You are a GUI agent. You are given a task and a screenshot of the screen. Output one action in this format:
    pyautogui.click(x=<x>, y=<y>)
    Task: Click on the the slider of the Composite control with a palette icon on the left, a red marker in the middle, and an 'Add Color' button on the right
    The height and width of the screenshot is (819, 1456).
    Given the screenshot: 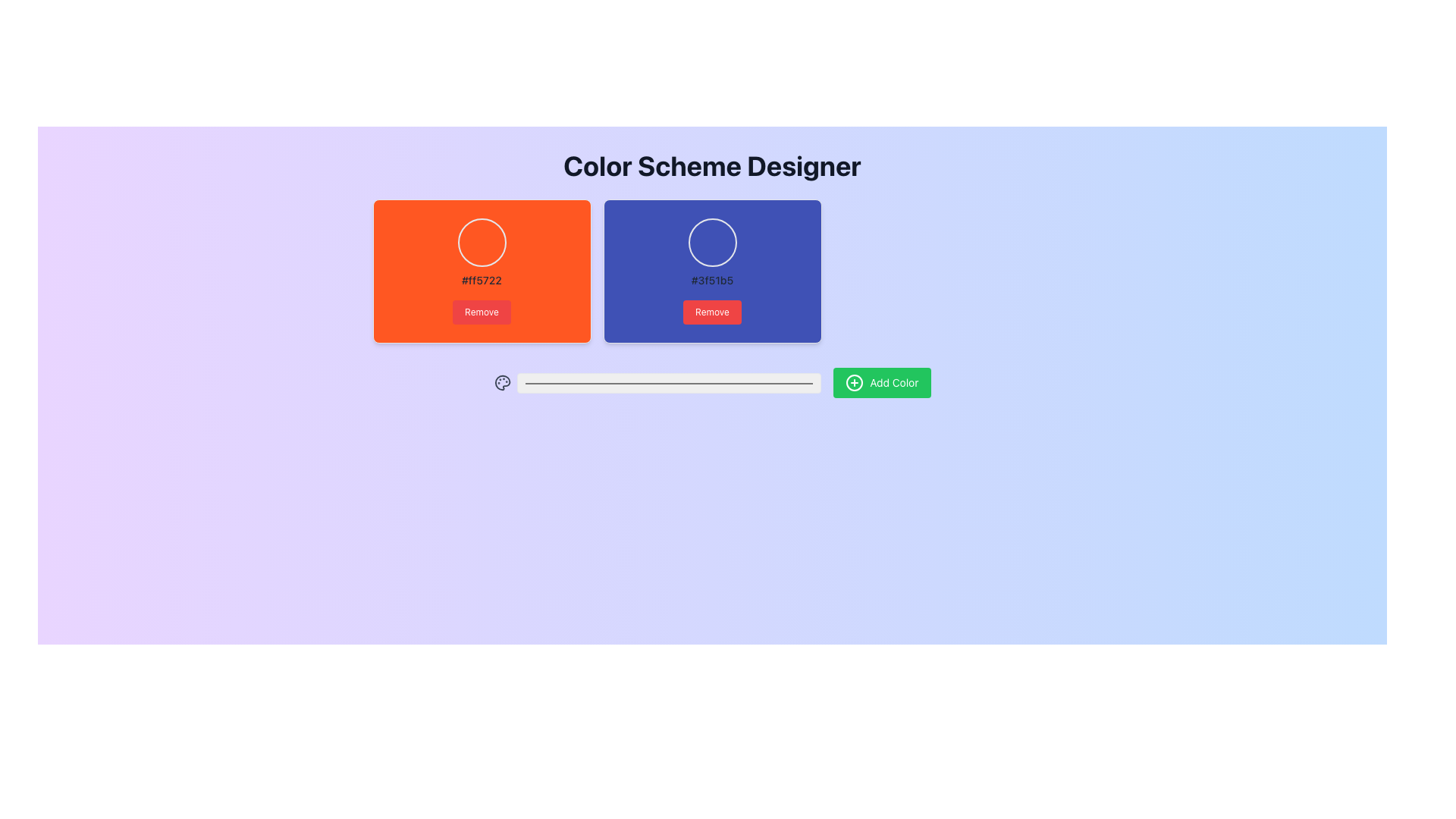 What is the action you would take?
    pyautogui.click(x=711, y=382)
    